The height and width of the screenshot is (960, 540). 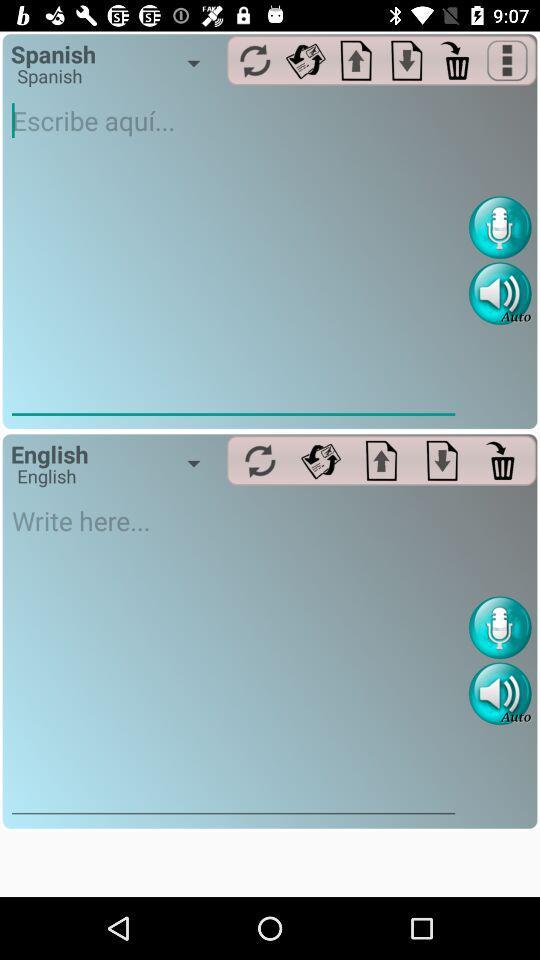 What do you see at coordinates (457, 59) in the screenshot?
I see `the delete icon` at bounding box center [457, 59].